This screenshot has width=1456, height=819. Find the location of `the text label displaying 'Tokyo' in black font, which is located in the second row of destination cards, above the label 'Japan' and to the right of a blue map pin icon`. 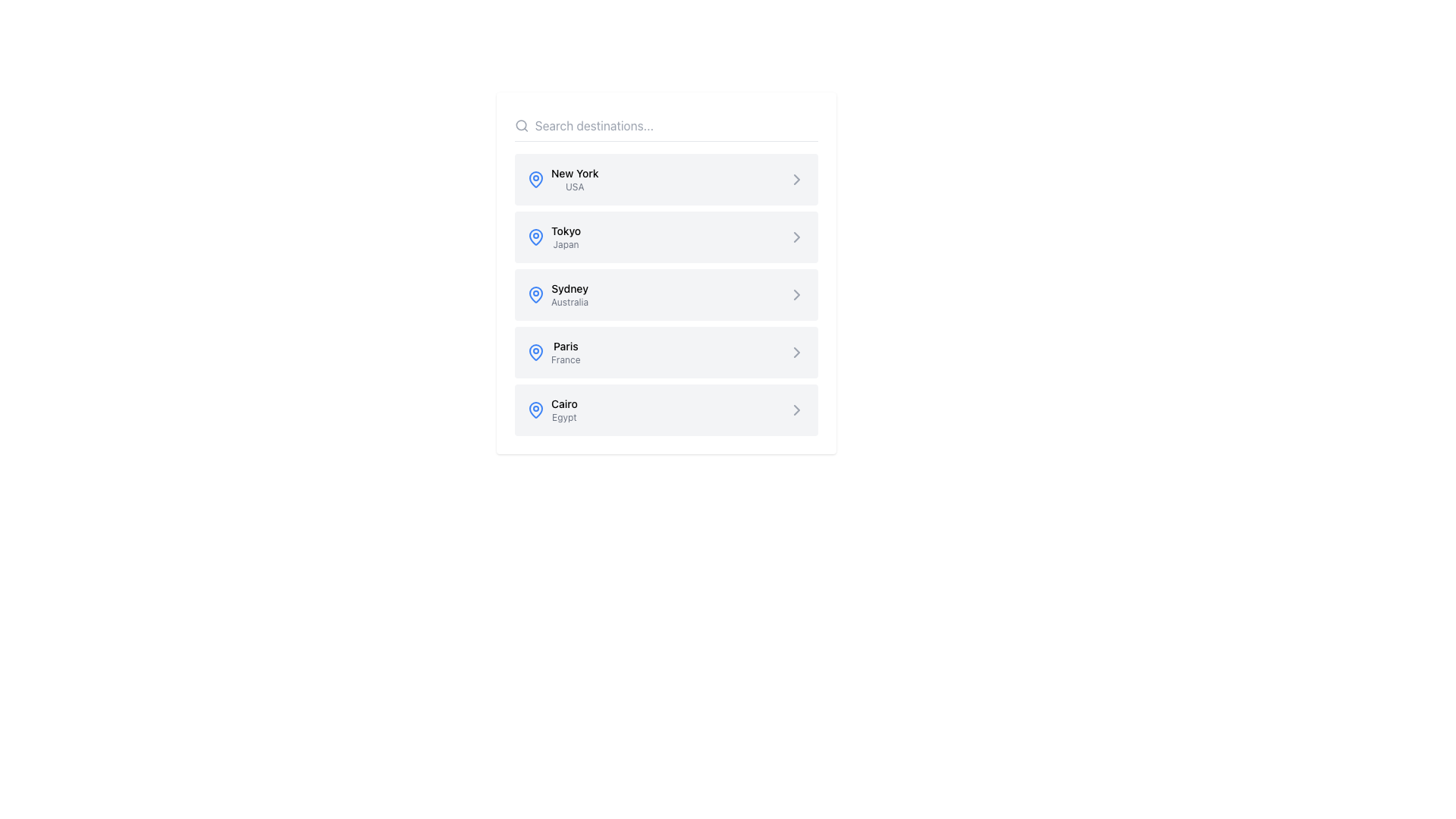

the text label displaying 'Tokyo' in black font, which is located in the second row of destination cards, above the label 'Japan' and to the right of a blue map pin icon is located at coordinates (565, 231).